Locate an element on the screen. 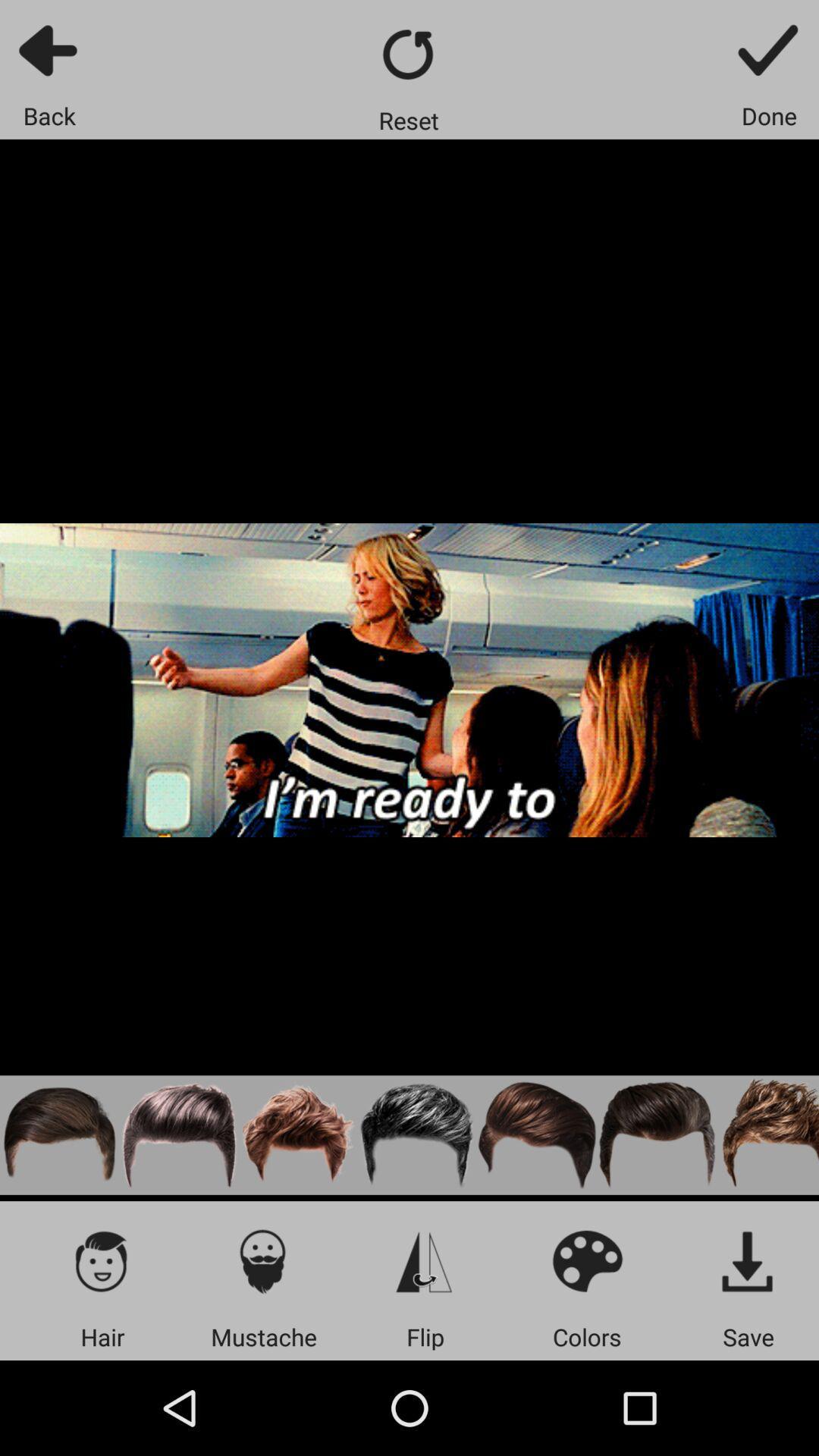 This screenshot has width=819, height=1456. open mustache advertisement on menu is located at coordinates (262, 1260).